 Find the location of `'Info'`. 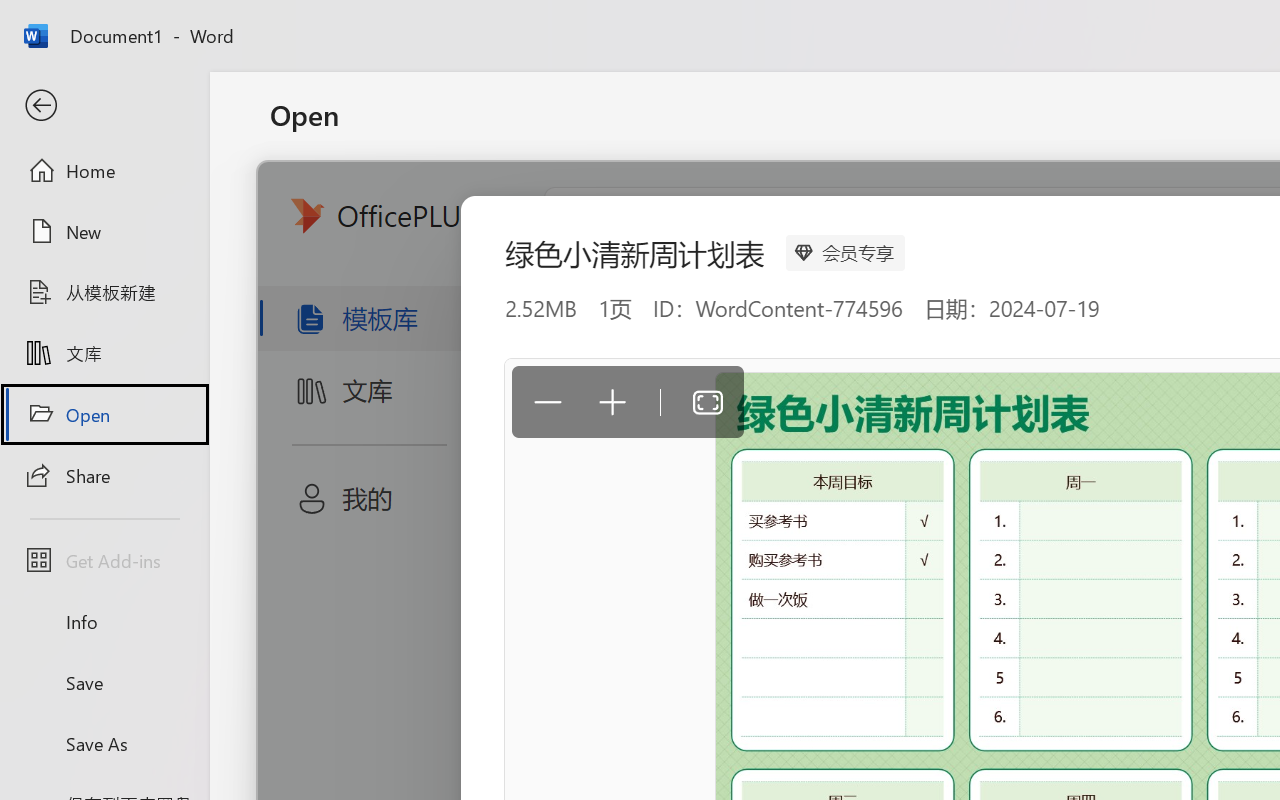

'Info' is located at coordinates (103, 621).